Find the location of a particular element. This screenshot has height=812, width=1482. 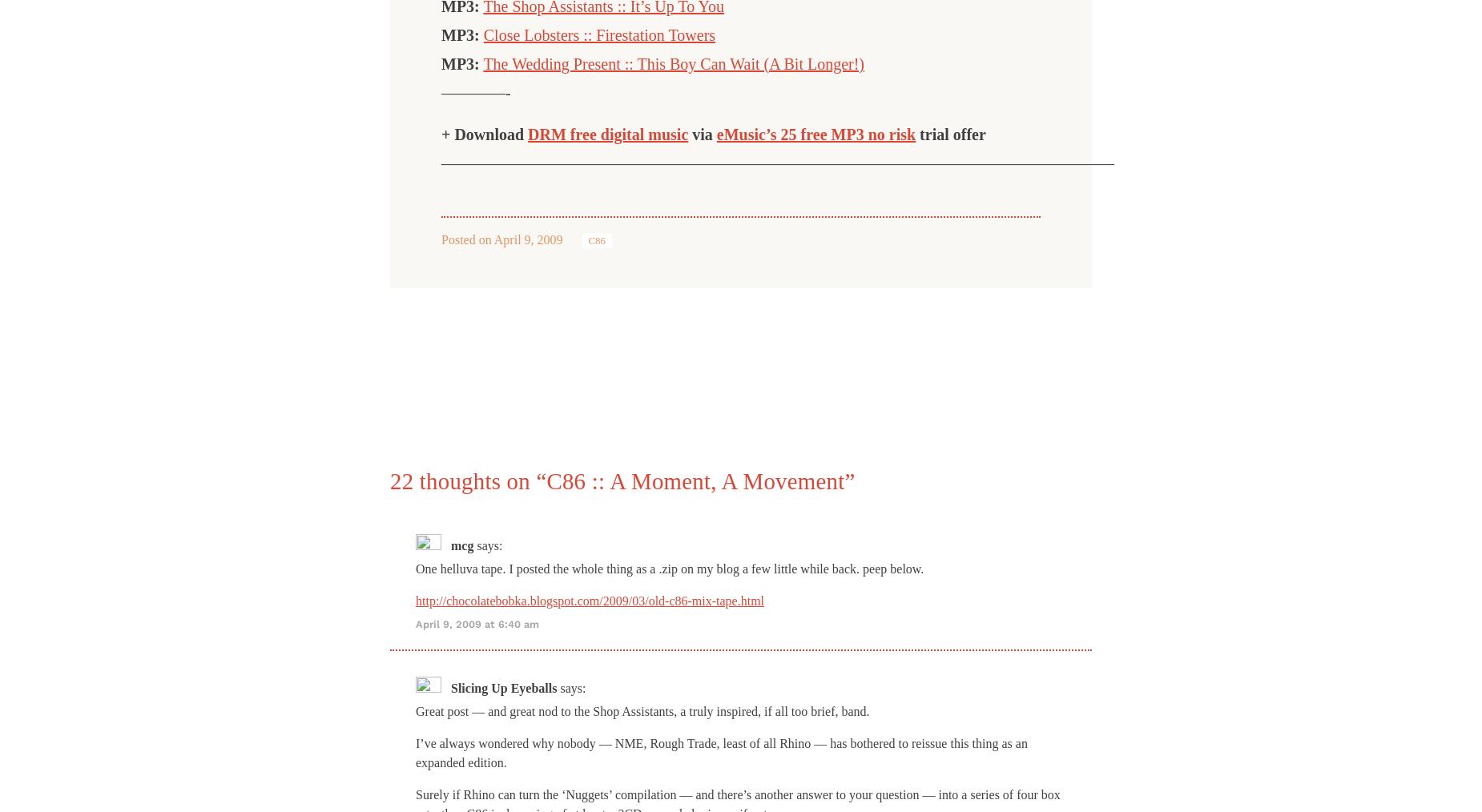

'eMusic’s 25 free MP3 no risk' is located at coordinates (815, 135).